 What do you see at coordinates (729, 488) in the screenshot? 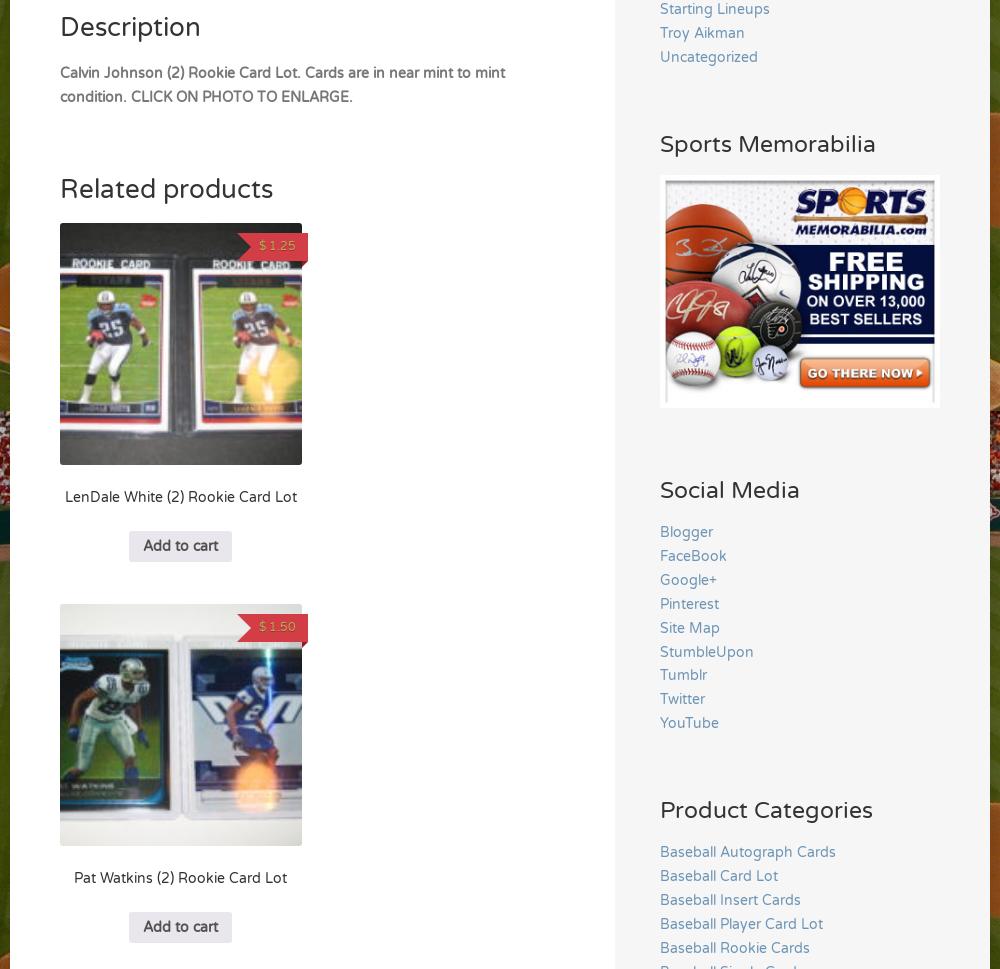
I see `'Social Media'` at bounding box center [729, 488].